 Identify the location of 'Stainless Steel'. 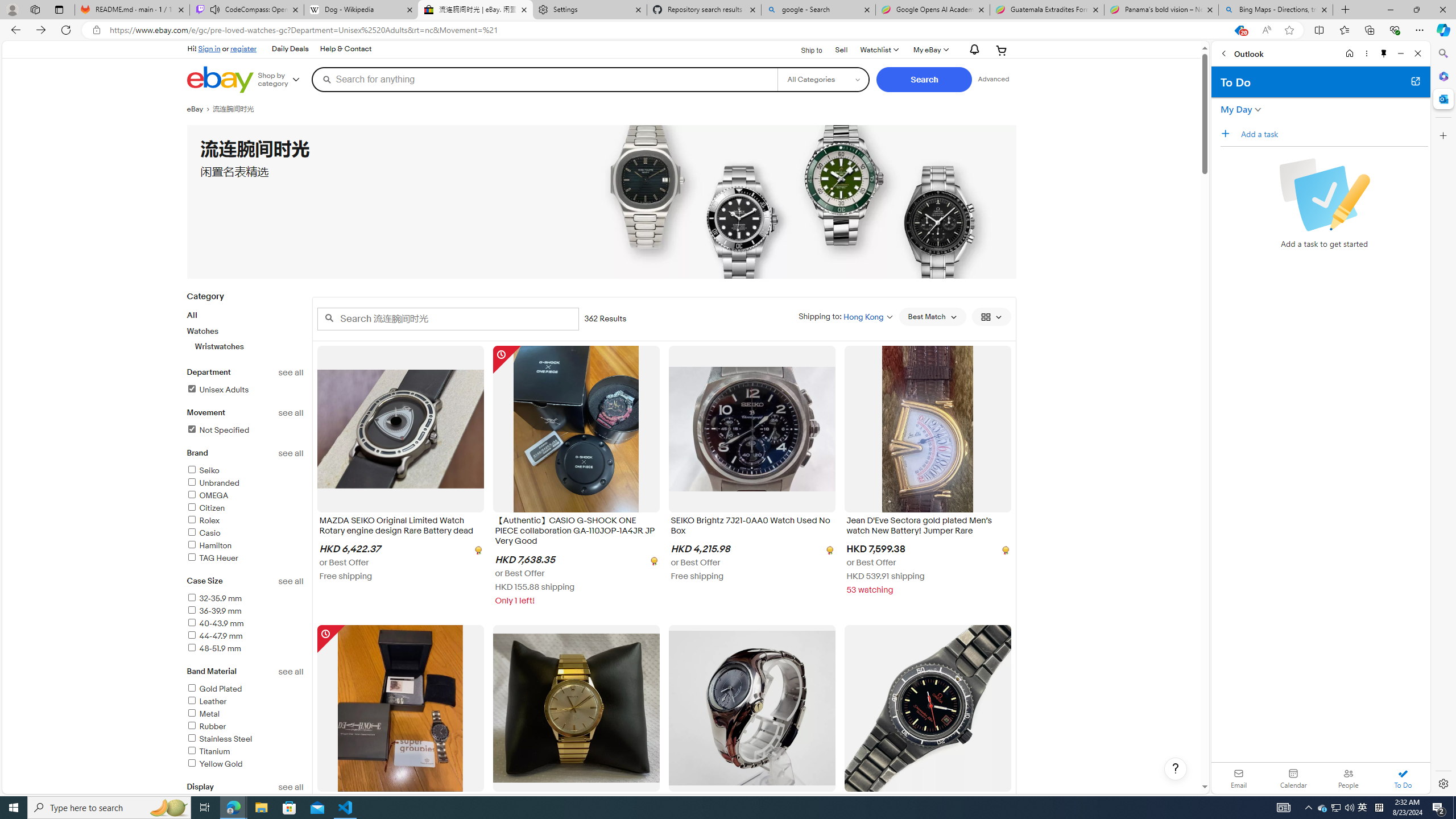
(218, 738).